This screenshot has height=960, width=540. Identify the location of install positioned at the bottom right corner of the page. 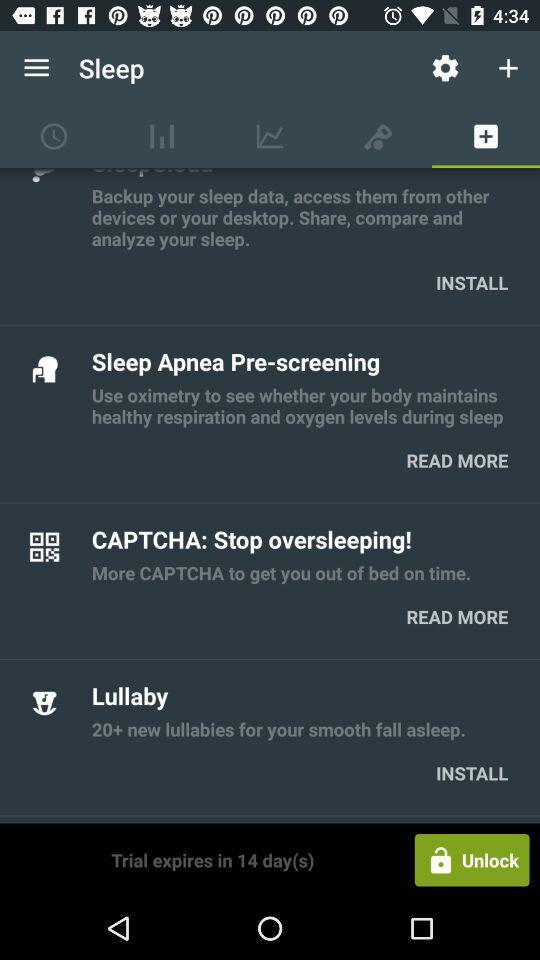
(472, 772).